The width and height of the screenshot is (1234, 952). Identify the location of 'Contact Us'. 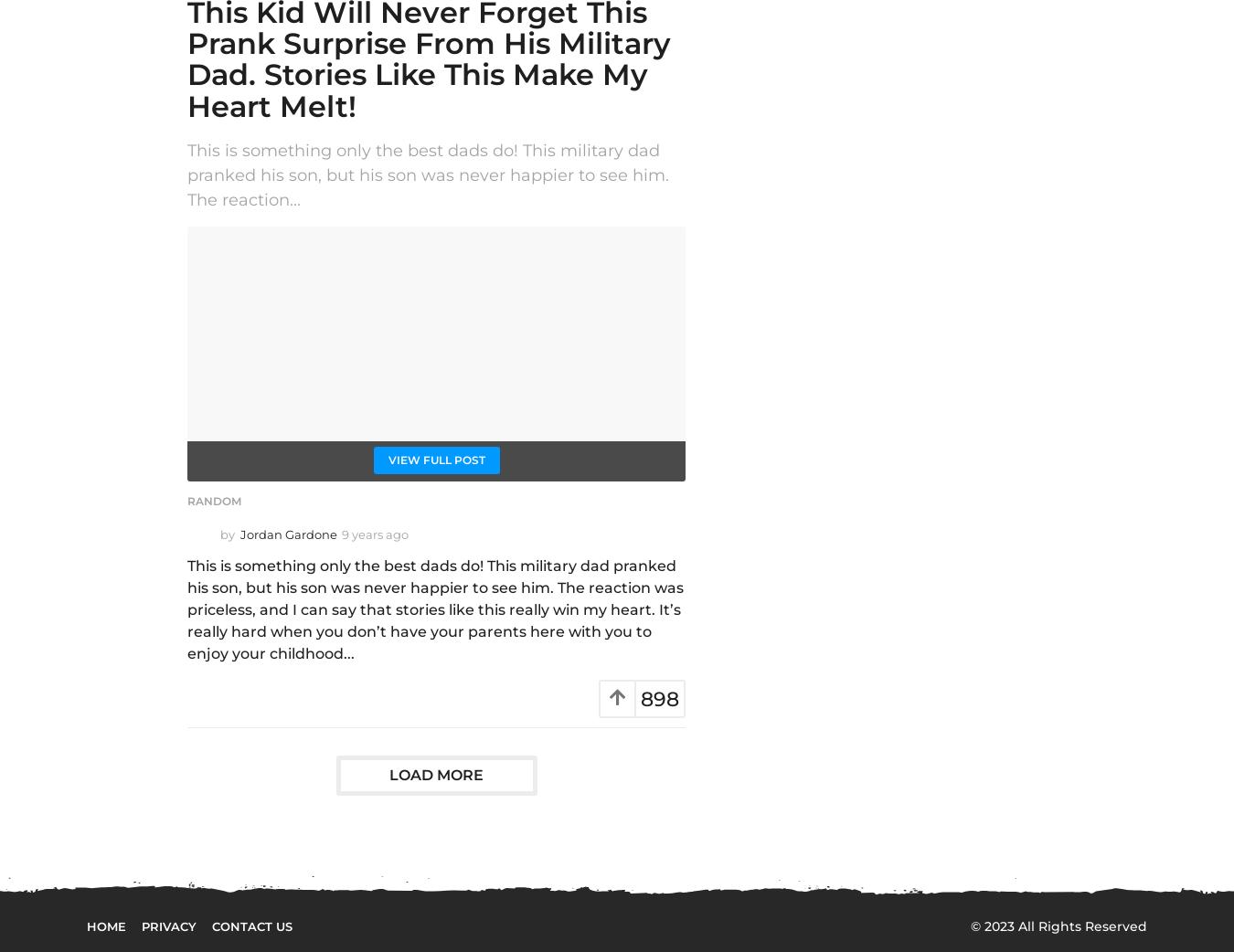
(211, 926).